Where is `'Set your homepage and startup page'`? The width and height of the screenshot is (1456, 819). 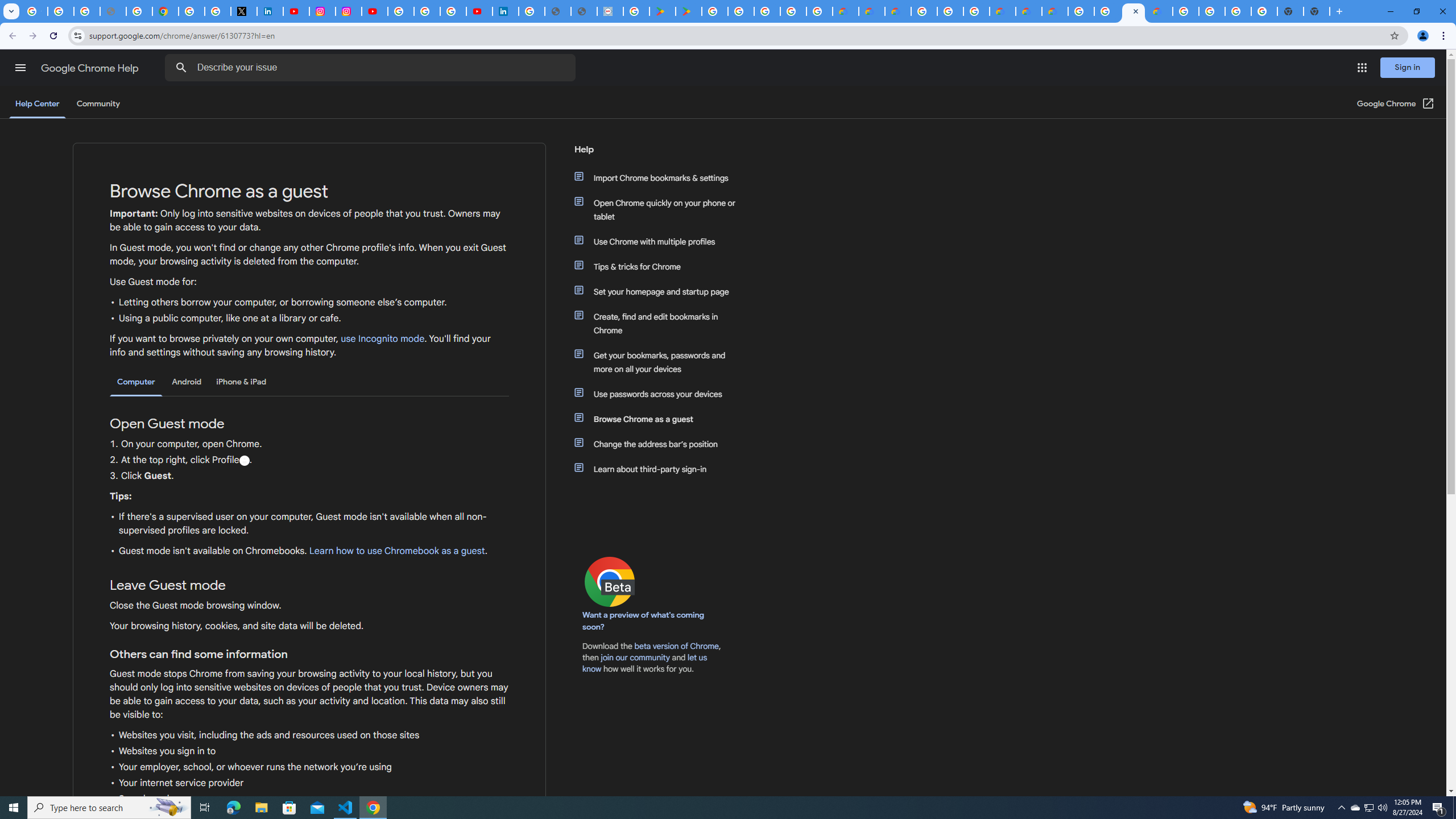
'Set your homepage and startup page' is located at coordinates (661, 292).